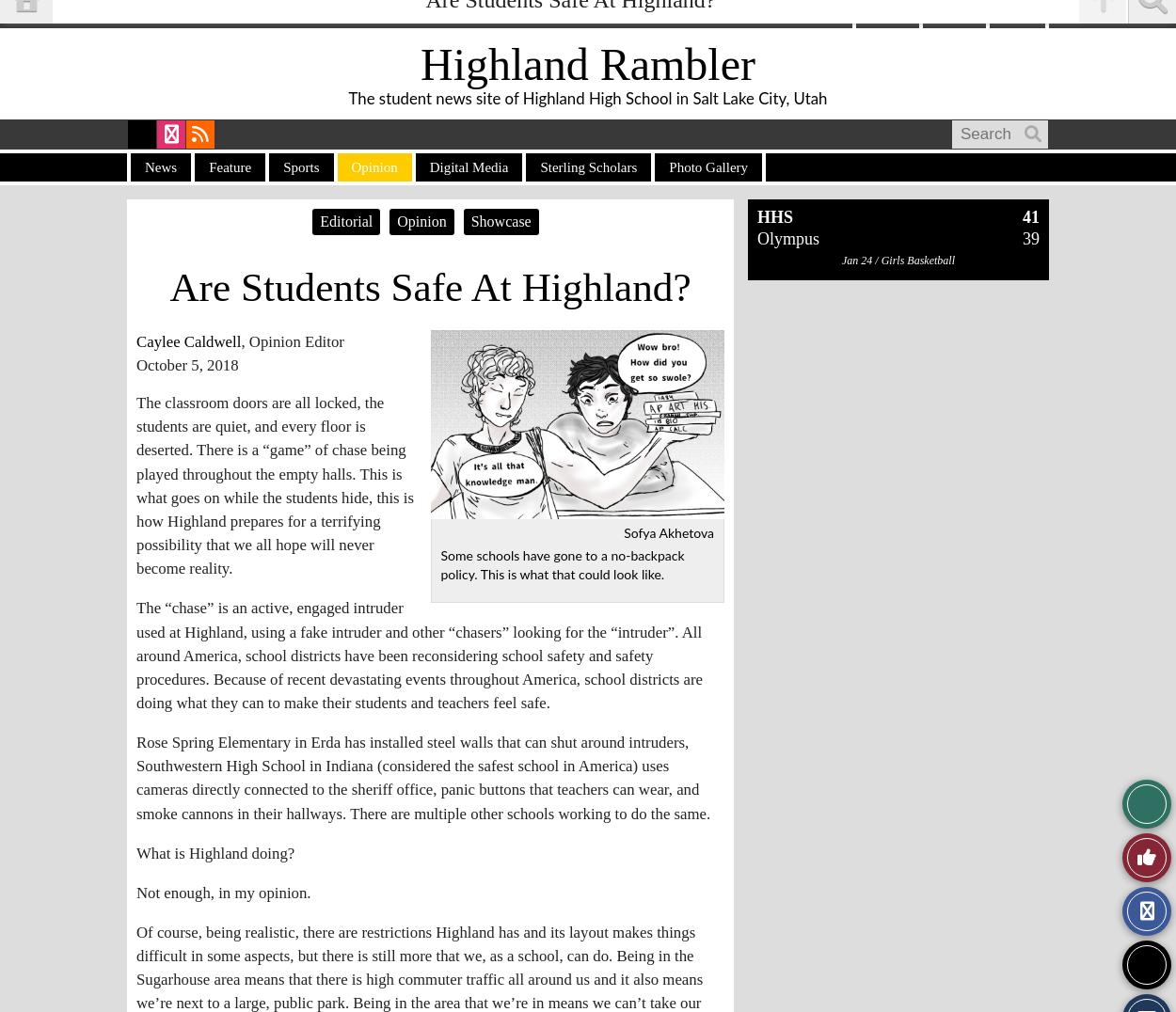 The height and width of the screenshot is (1012, 1176). What do you see at coordinates (624, 533) in the screenshot?
I see `'Sofya Akhetova'` at bounding box center [624, 533].